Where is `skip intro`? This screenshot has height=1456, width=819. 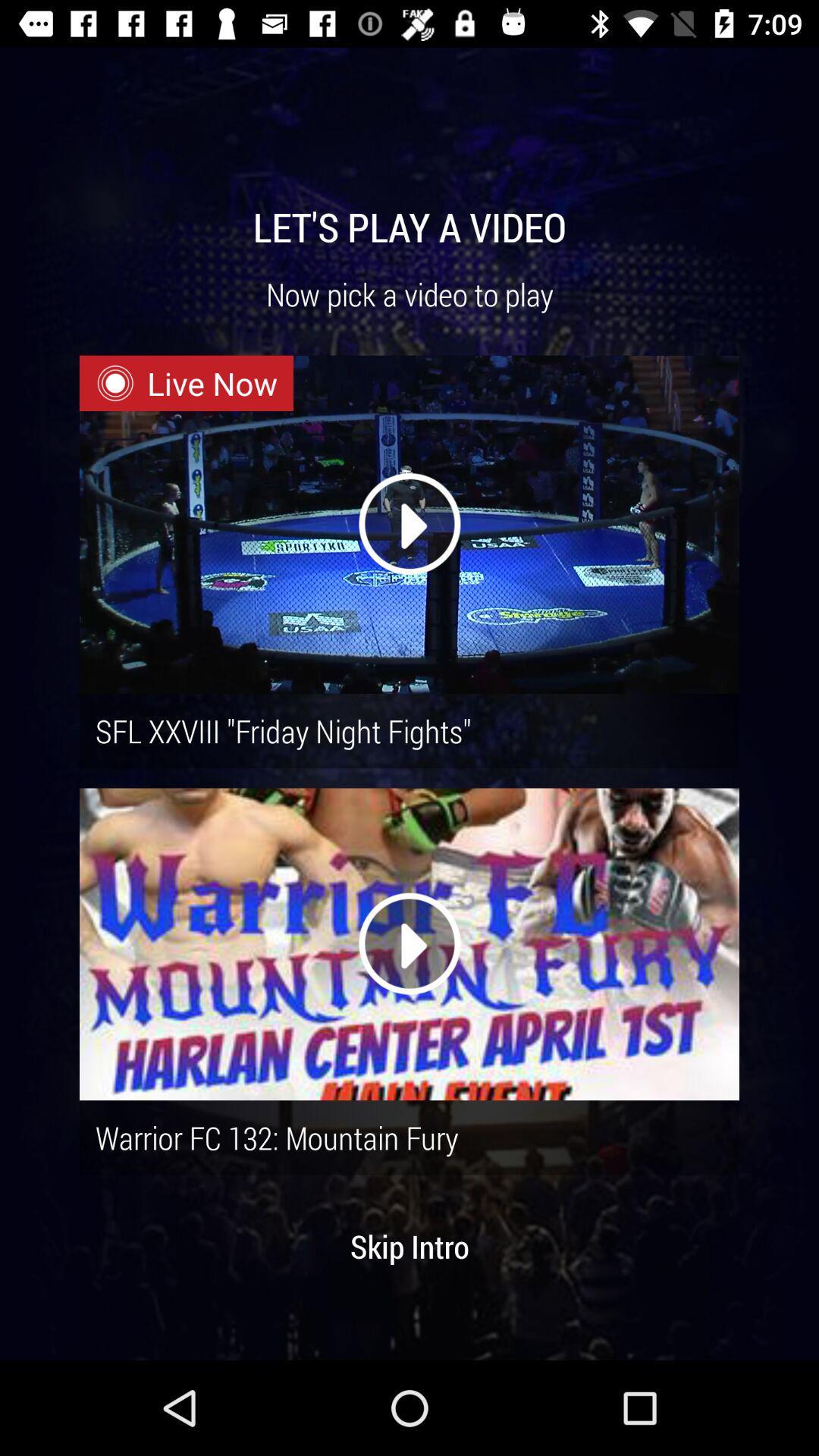
skip intro is located at coordinates (409, 1246).